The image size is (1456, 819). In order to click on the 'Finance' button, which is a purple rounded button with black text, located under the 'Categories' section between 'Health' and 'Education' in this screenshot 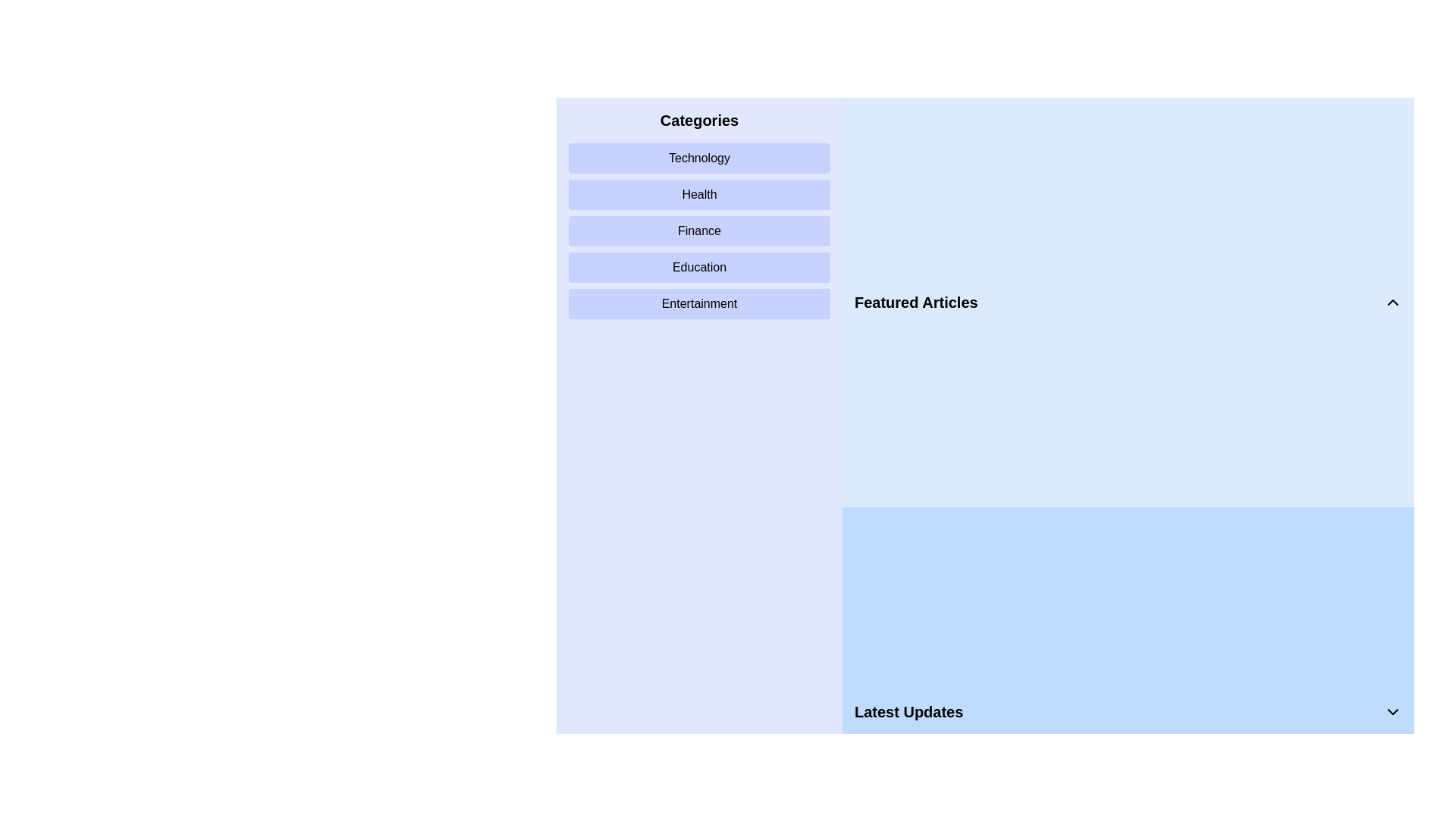, I will do `click(698, 231)`.